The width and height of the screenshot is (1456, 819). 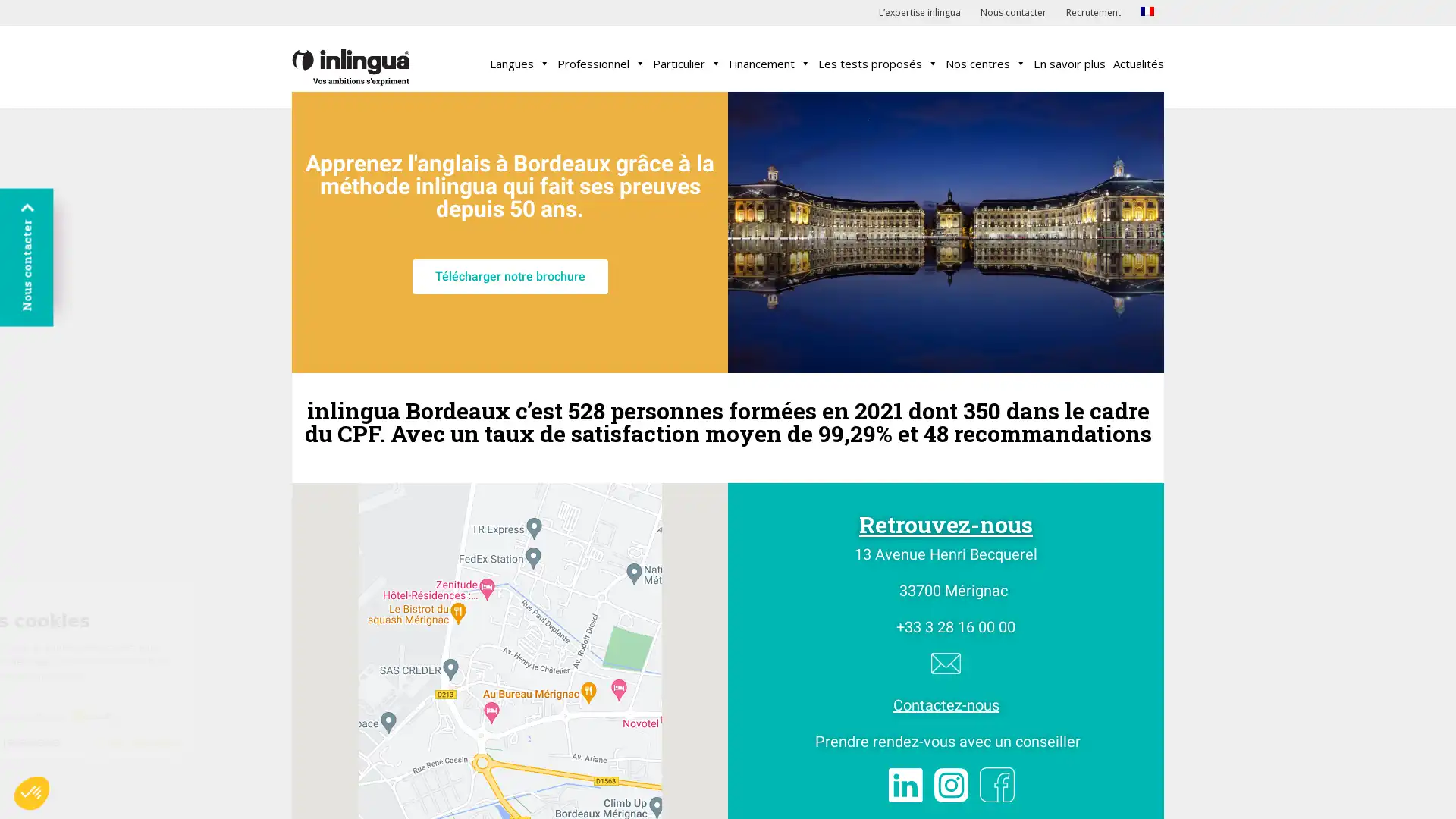 I want to click on Fermer, so click(x=32, y=792).